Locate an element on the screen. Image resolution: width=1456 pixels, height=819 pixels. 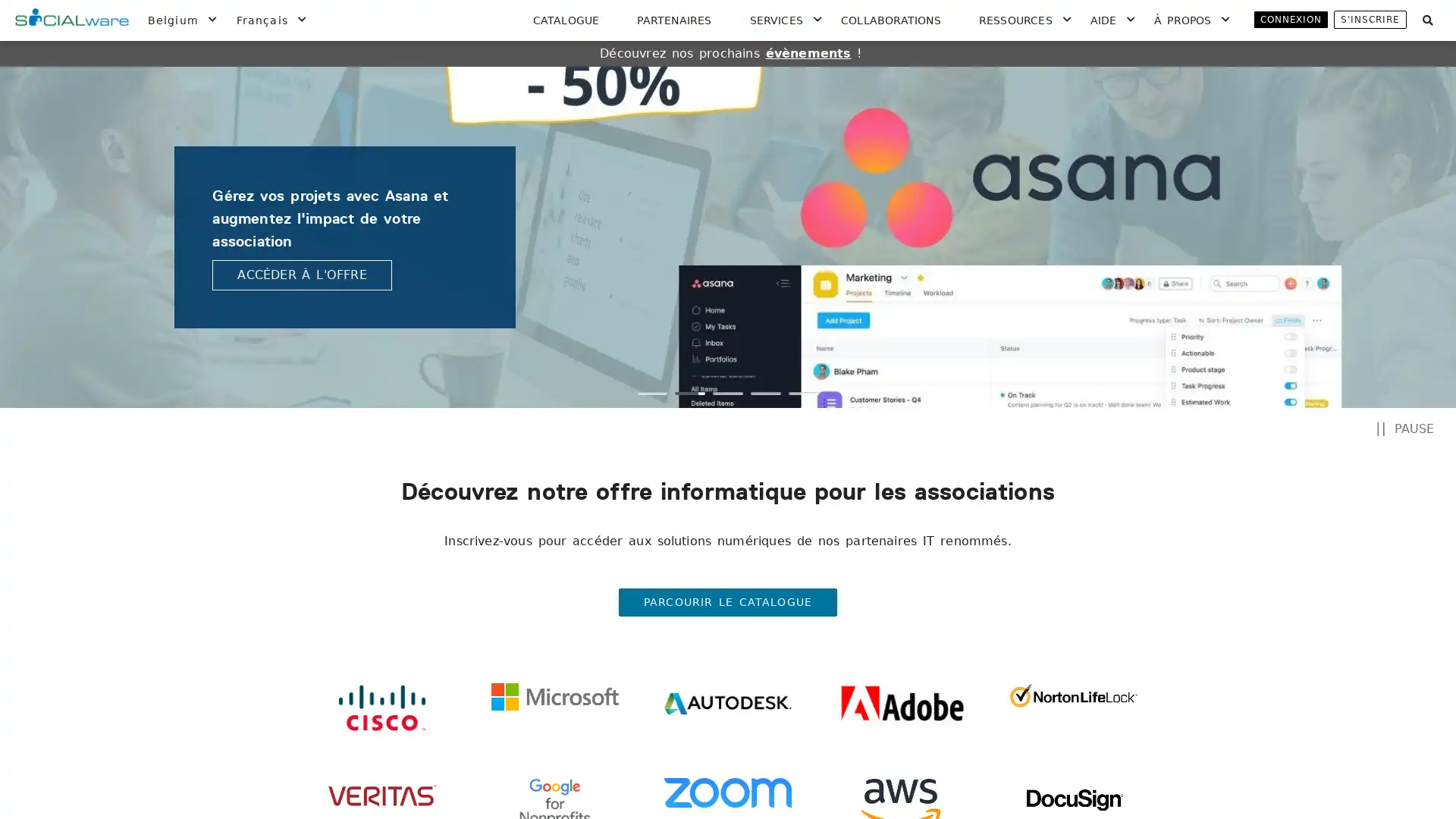
PAUSE is located at coordinates (1404, 429).